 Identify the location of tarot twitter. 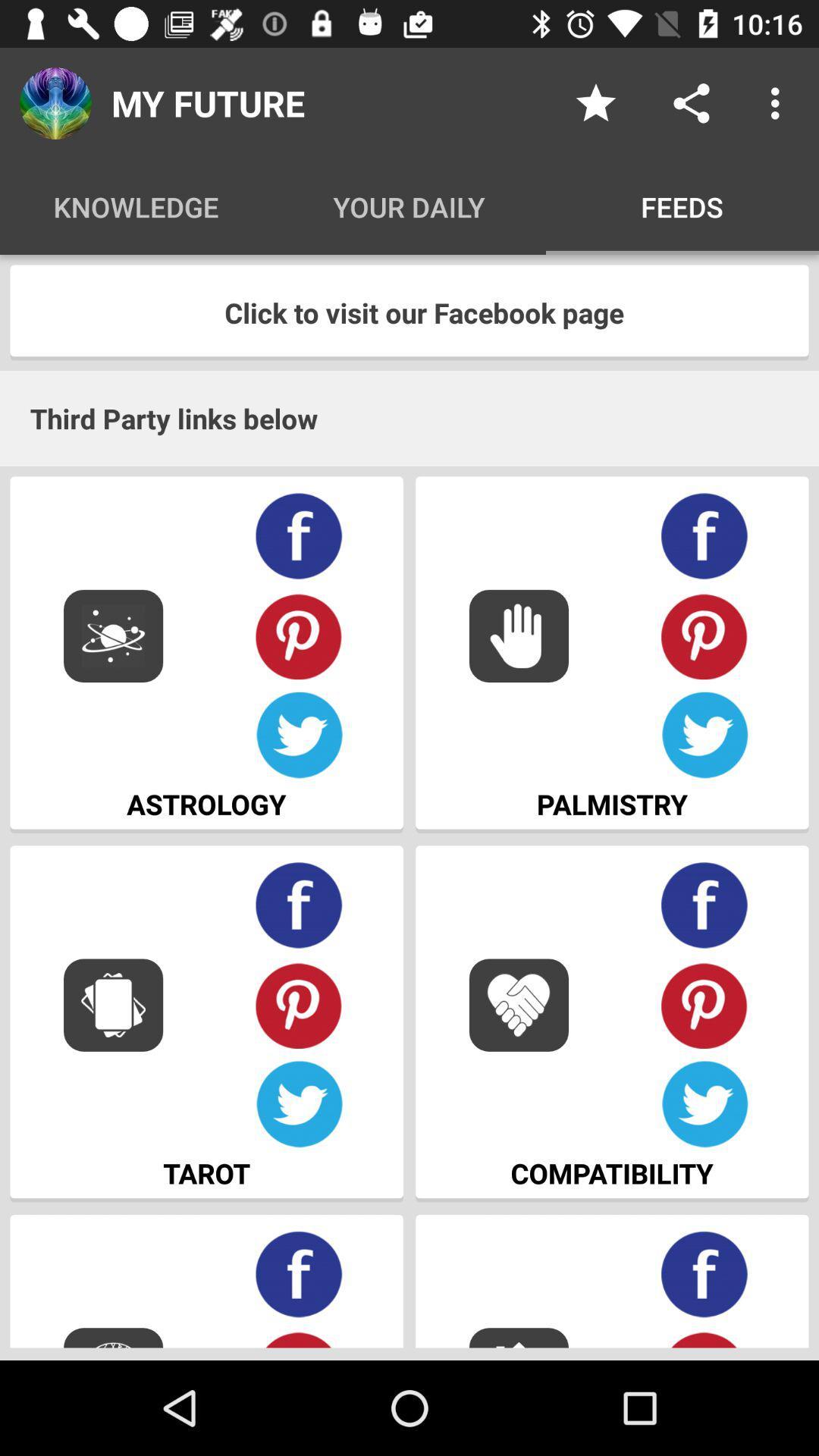
(299, 1104).